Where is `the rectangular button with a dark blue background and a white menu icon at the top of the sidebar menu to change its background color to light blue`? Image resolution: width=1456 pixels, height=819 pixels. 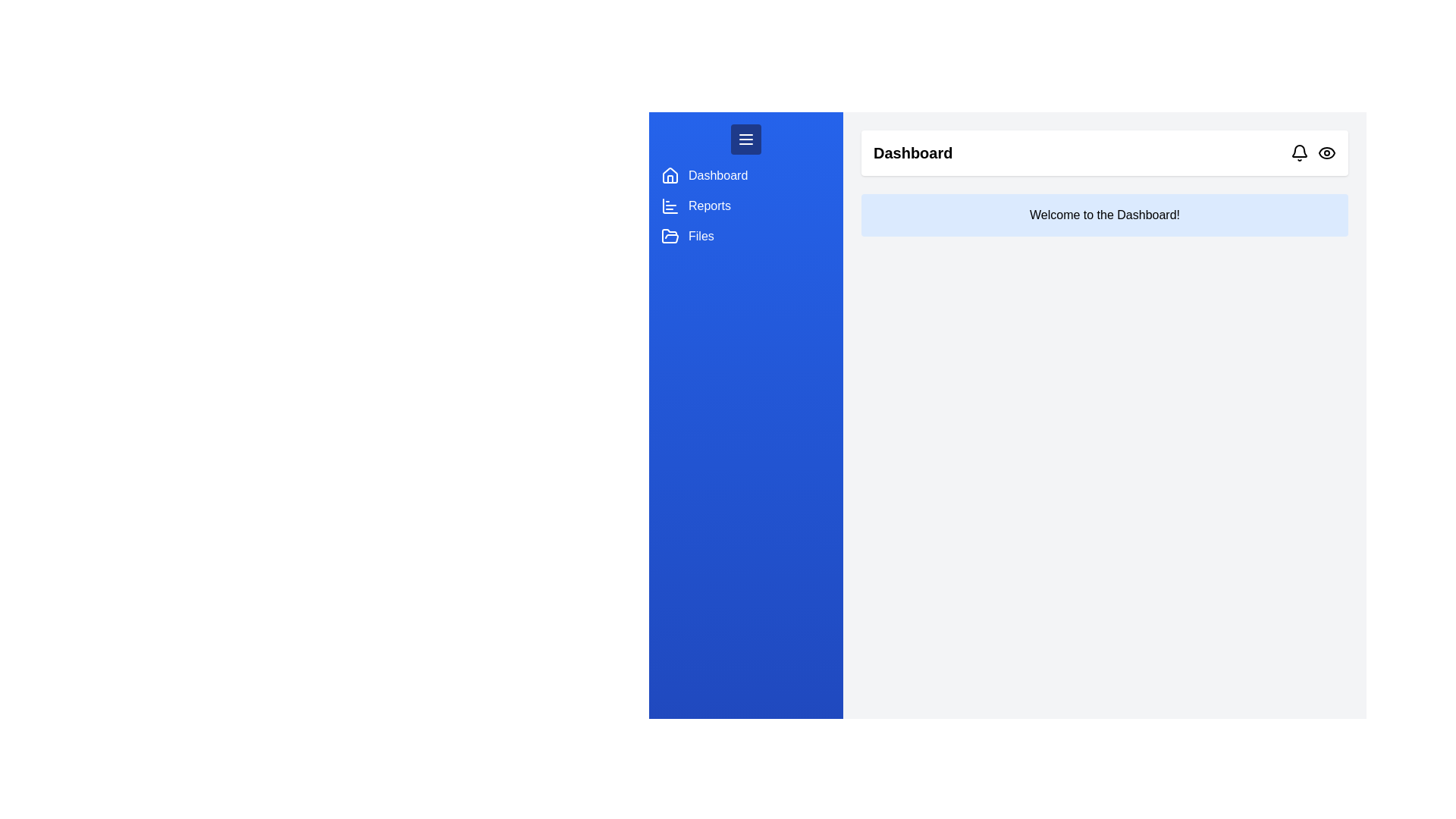 the rectangular button with a dark blue background and a white menu icon at the top of the sidebar menu to change its background color to light blue is located at coordinates (745, 140).